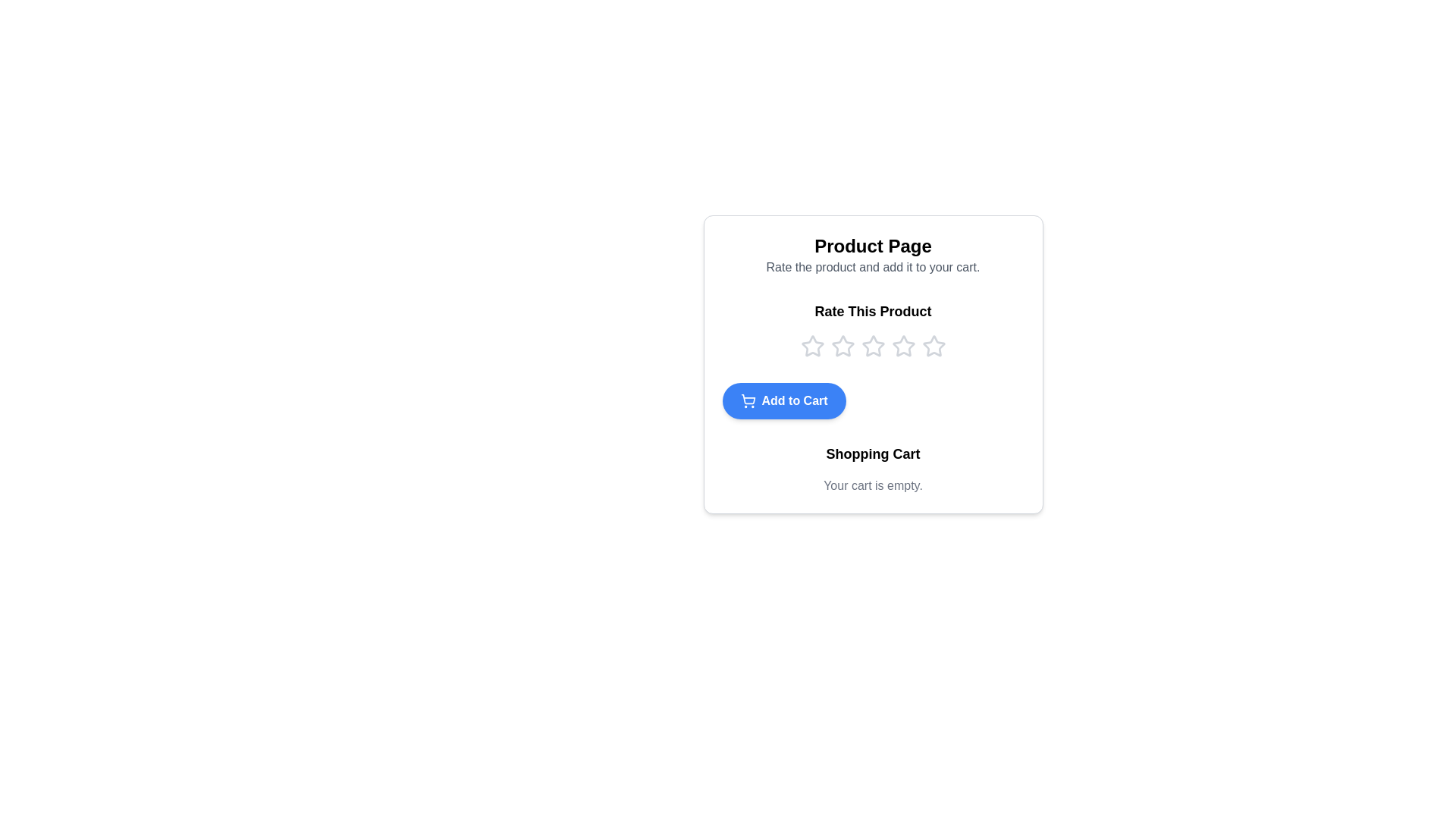 The image size is (1456, 819). I want to click on the third star in the row of star rating icons, so click(903, 346).